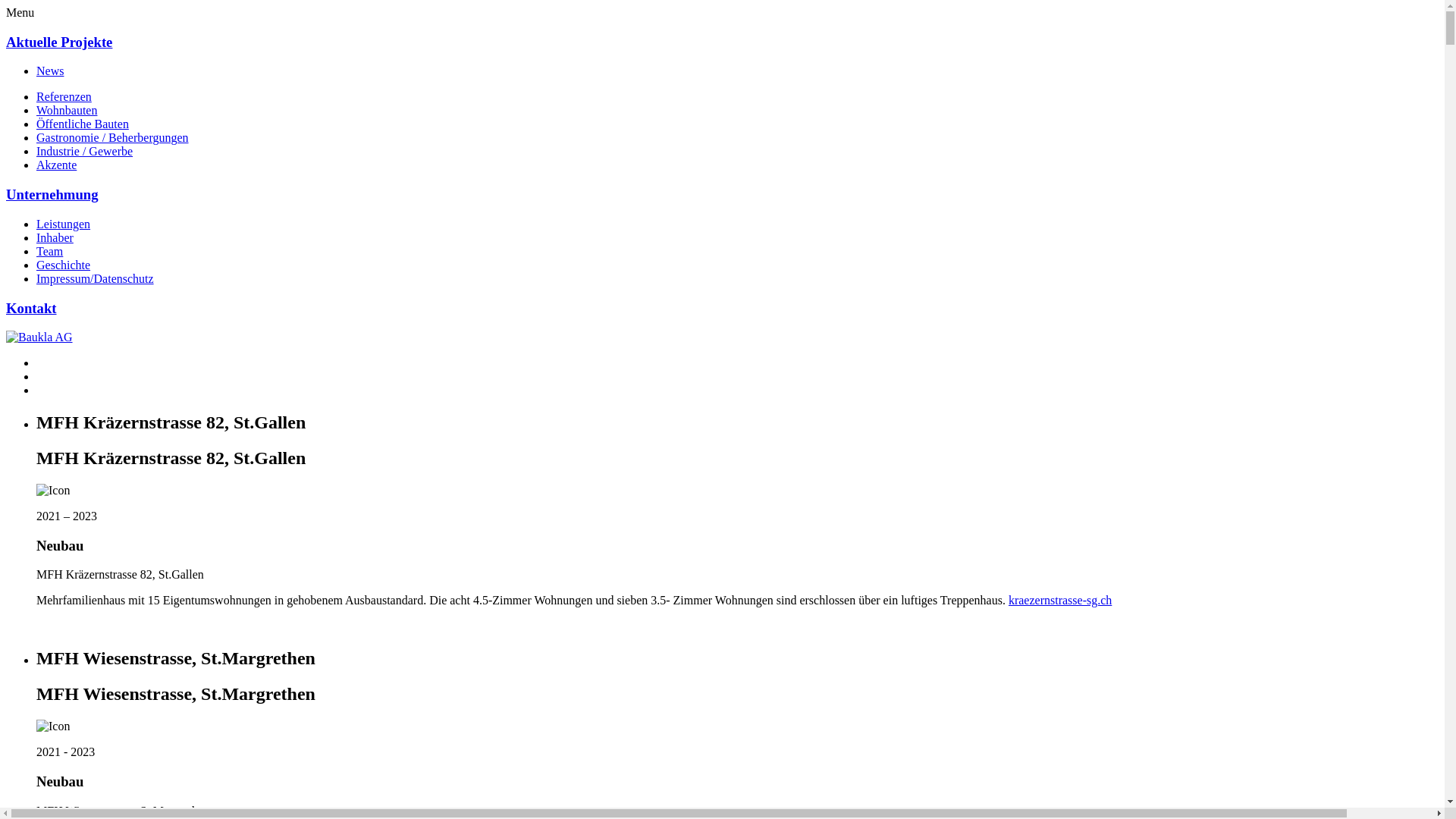 The height and width of the screenshot is (819, 1456). Describe the element at coordinates (94, 278) in the screenshot. I see `'Impressum/Datenschutz'` at that location.